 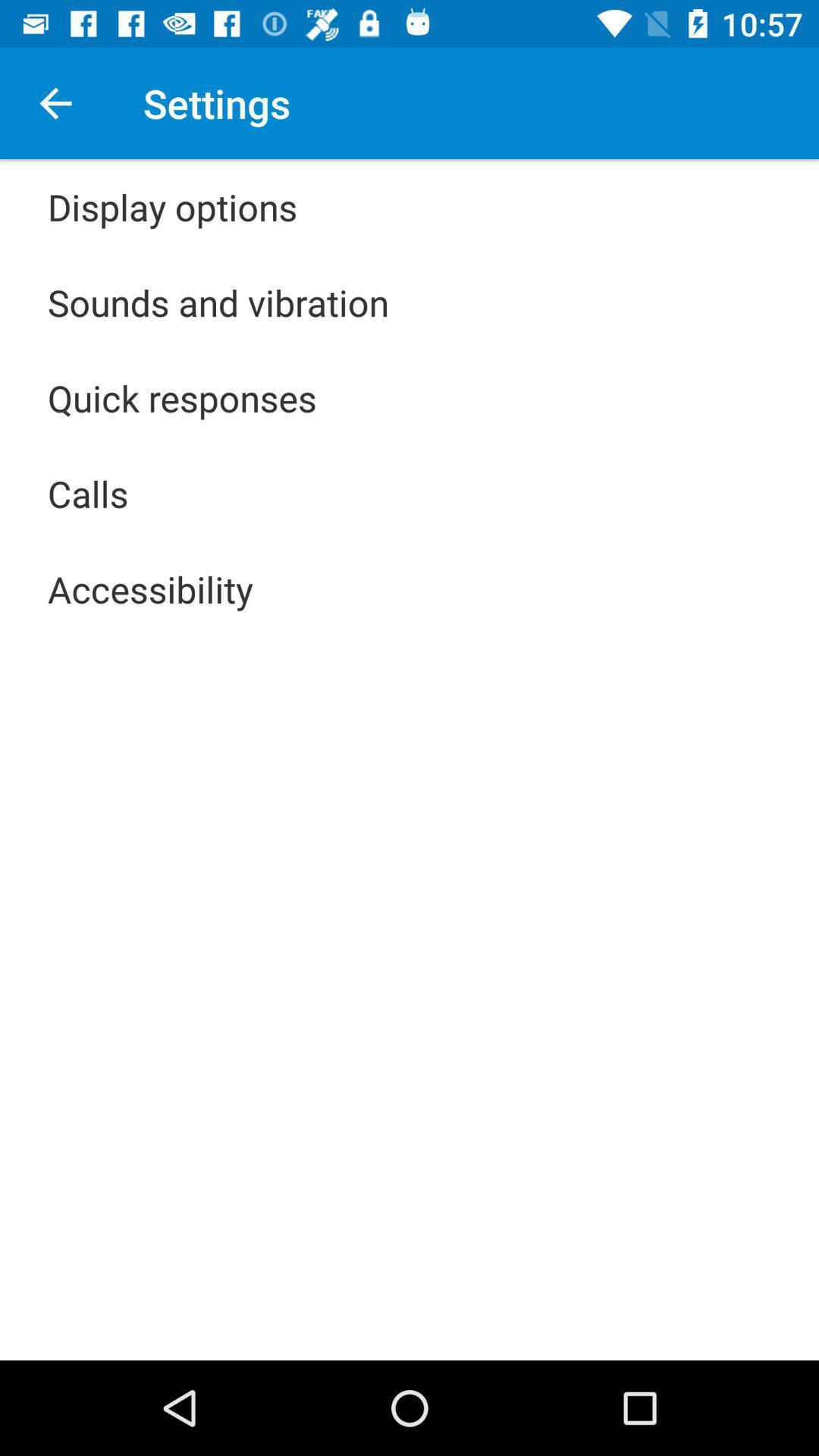 What do you see at coordinates (88, 494) in the screenshot?
I see `the calls app` at bounding box center [88, 494].